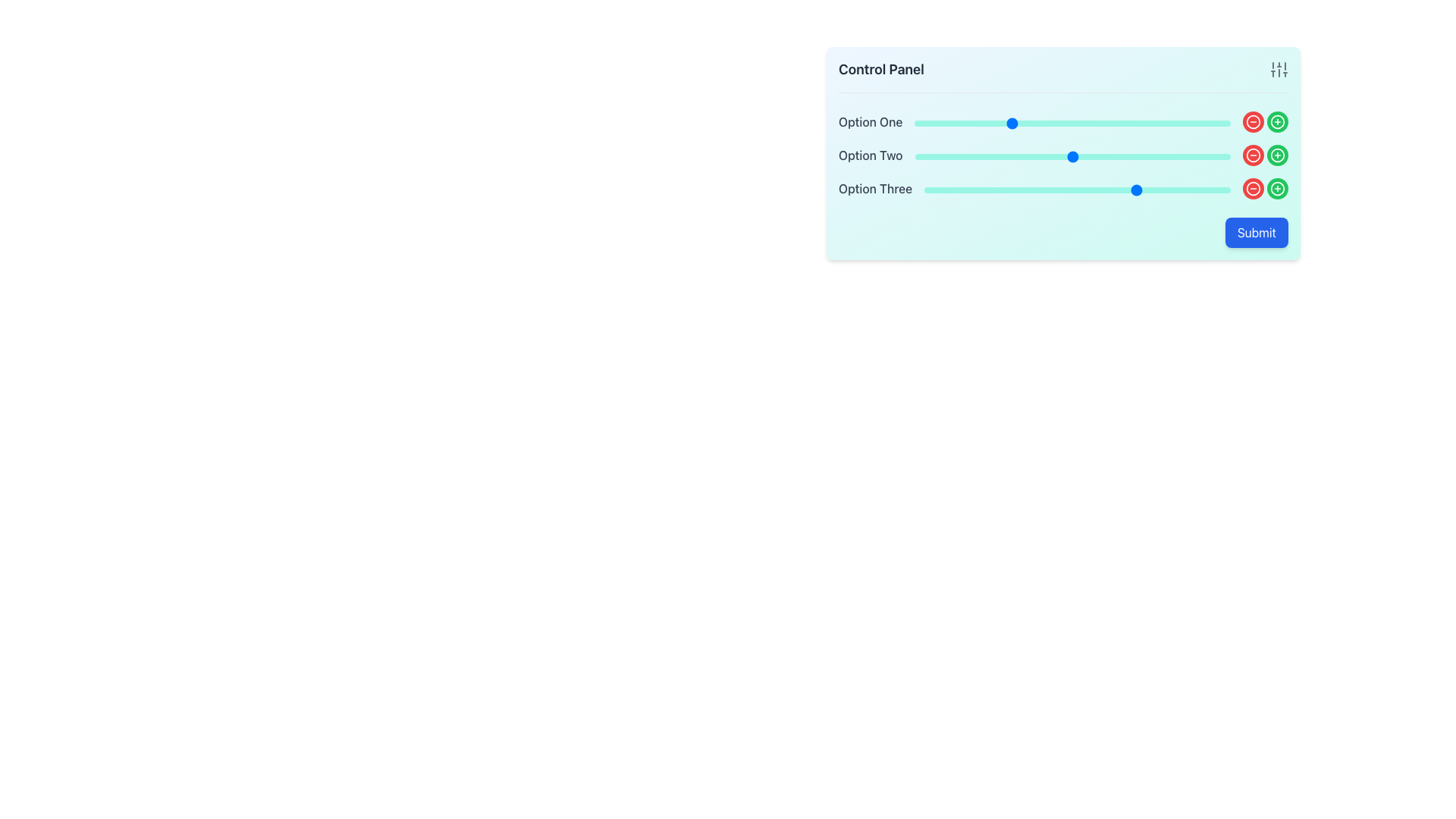 Image resolution: width=1456 pixels, height=819 pixels. Describe the element at coordinates (1151, 157) in the screenshot. I see `the slider` at that location.